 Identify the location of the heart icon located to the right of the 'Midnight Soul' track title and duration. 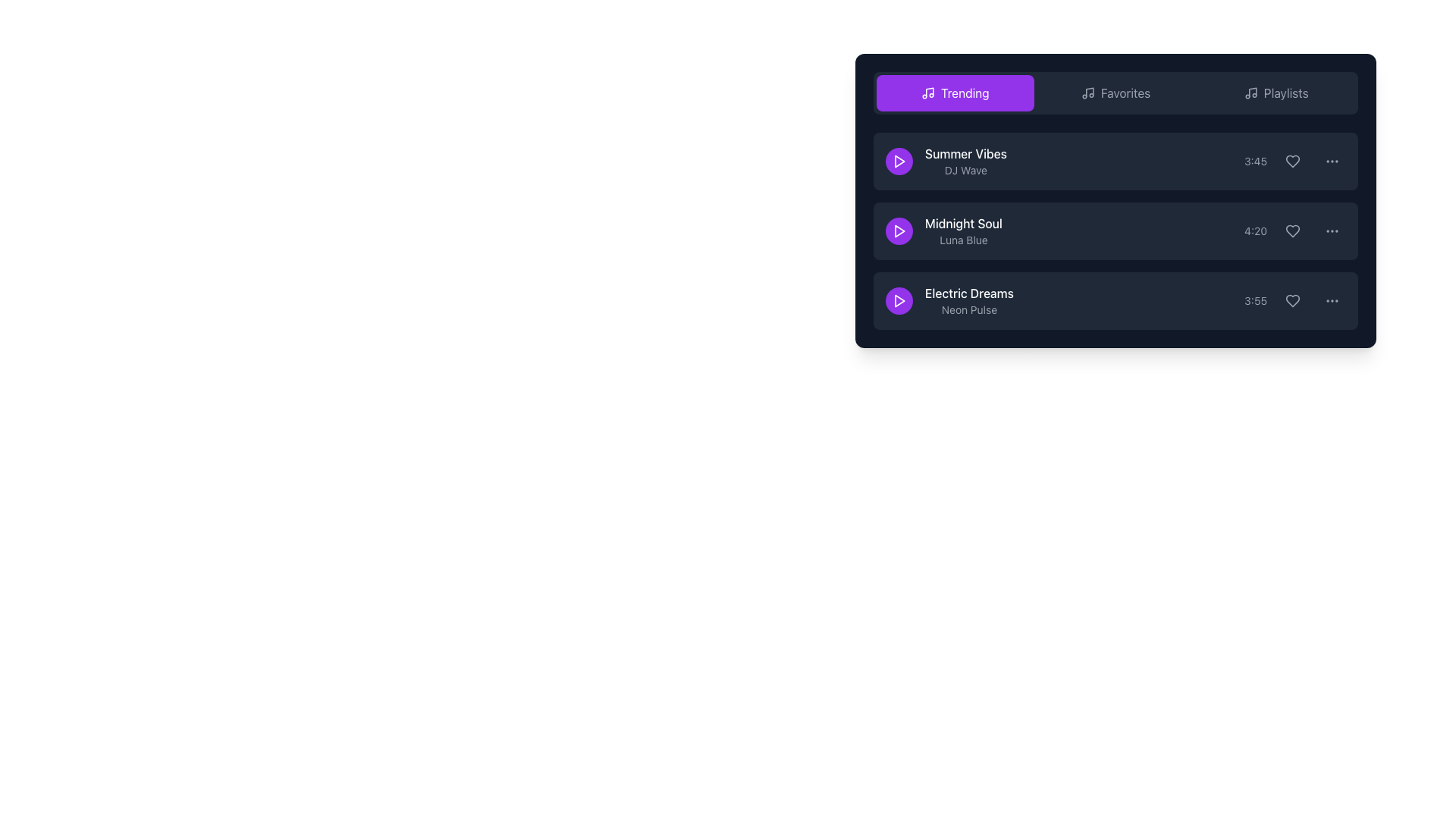
(1291, 231).